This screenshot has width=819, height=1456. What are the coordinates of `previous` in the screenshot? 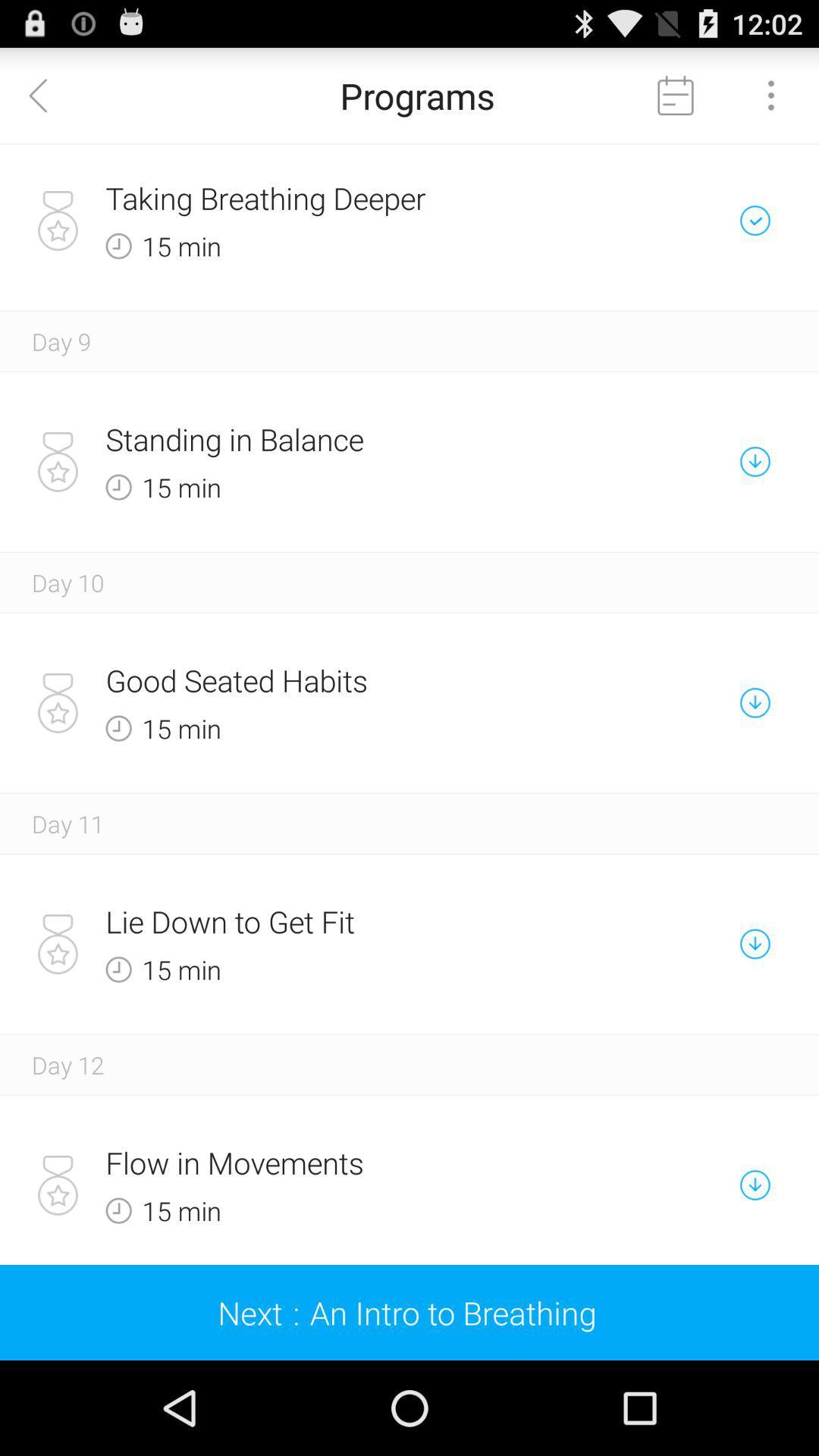 It's located at (46, 94).